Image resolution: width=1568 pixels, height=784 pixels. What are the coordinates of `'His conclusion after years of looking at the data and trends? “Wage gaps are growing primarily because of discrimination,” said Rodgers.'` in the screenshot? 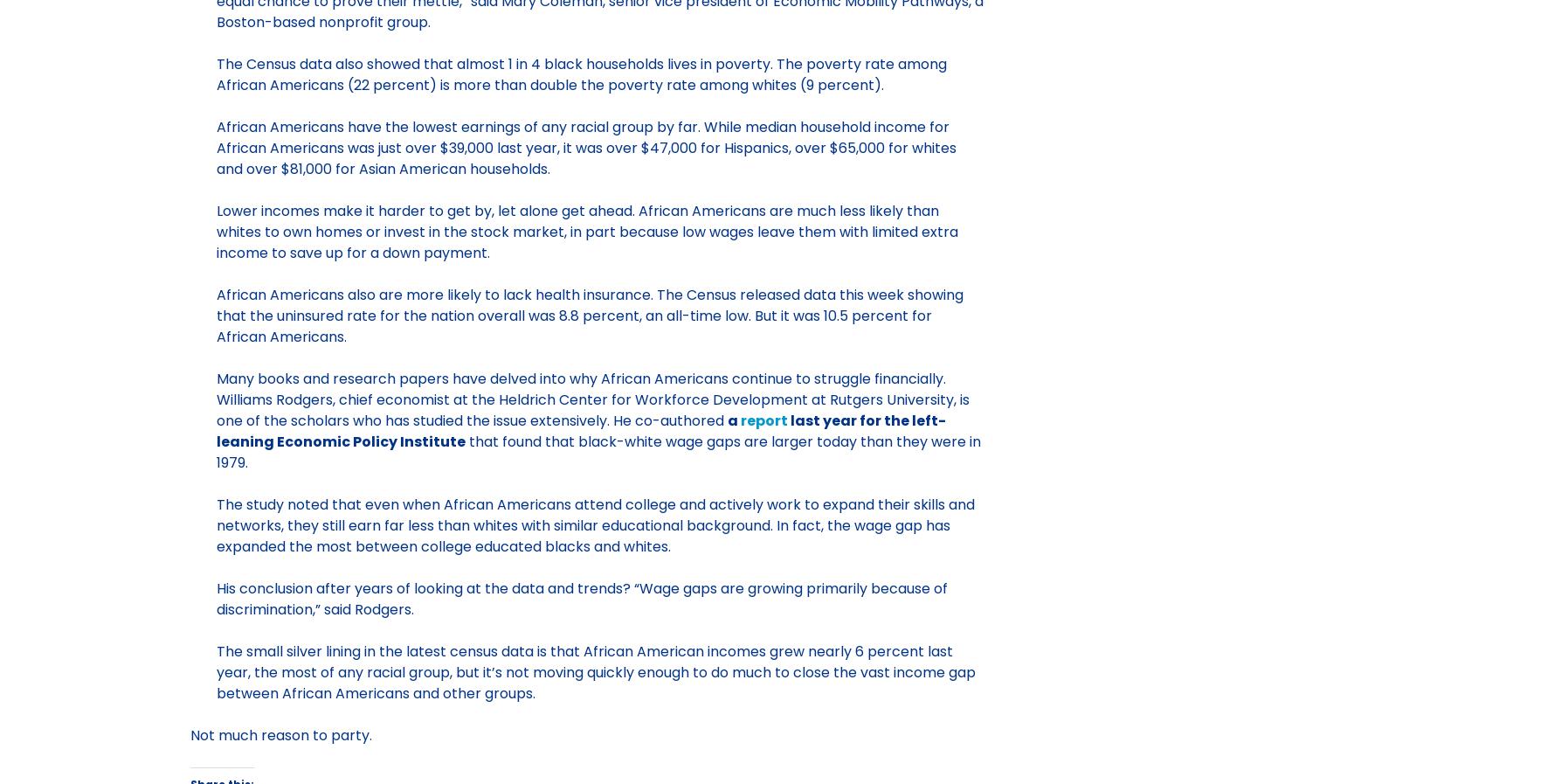 It's located at (214, 598).